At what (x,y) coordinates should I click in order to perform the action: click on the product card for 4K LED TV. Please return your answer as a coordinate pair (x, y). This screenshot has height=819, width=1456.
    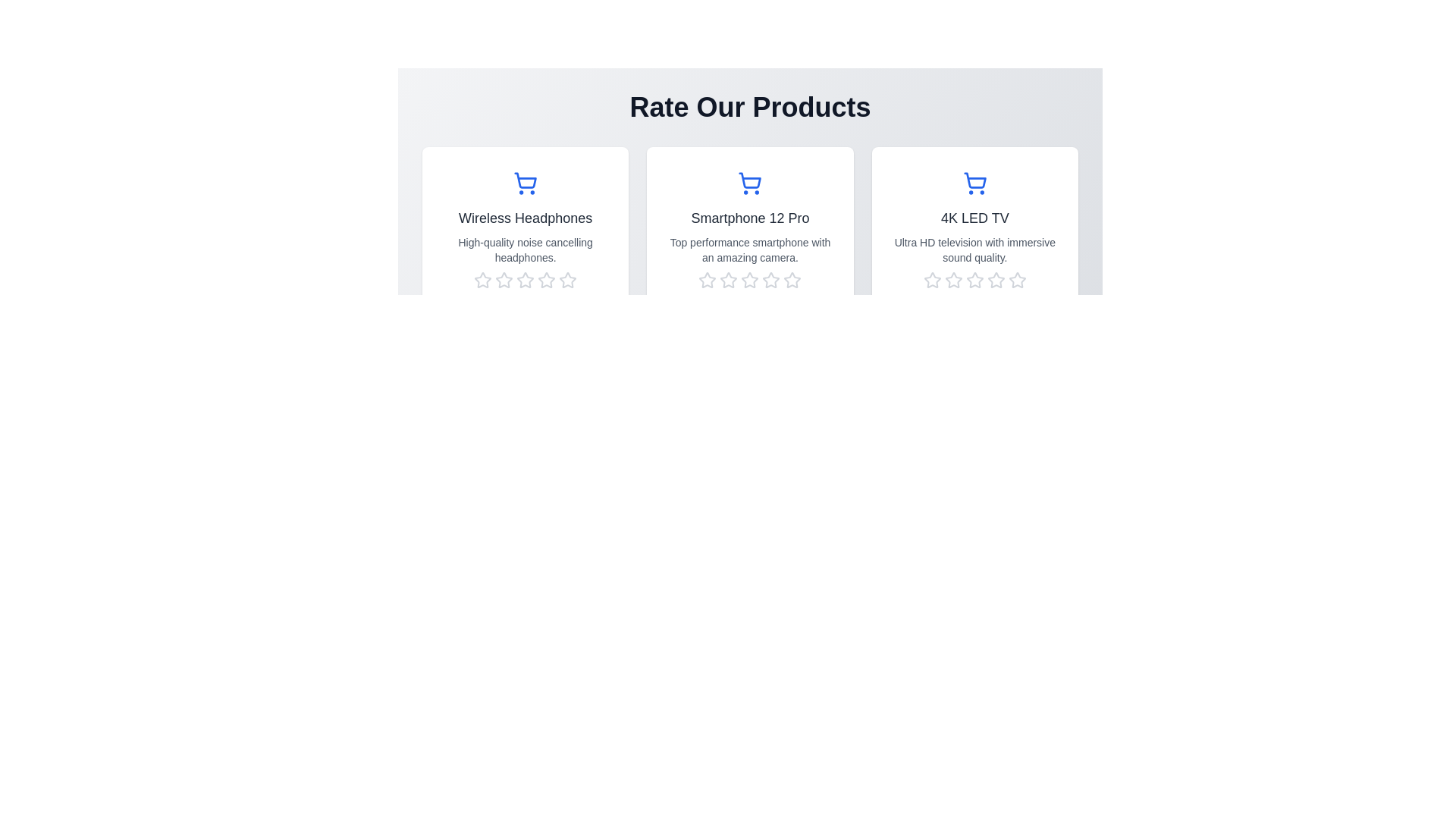
    Looking at the image, I should click on (974, 237).